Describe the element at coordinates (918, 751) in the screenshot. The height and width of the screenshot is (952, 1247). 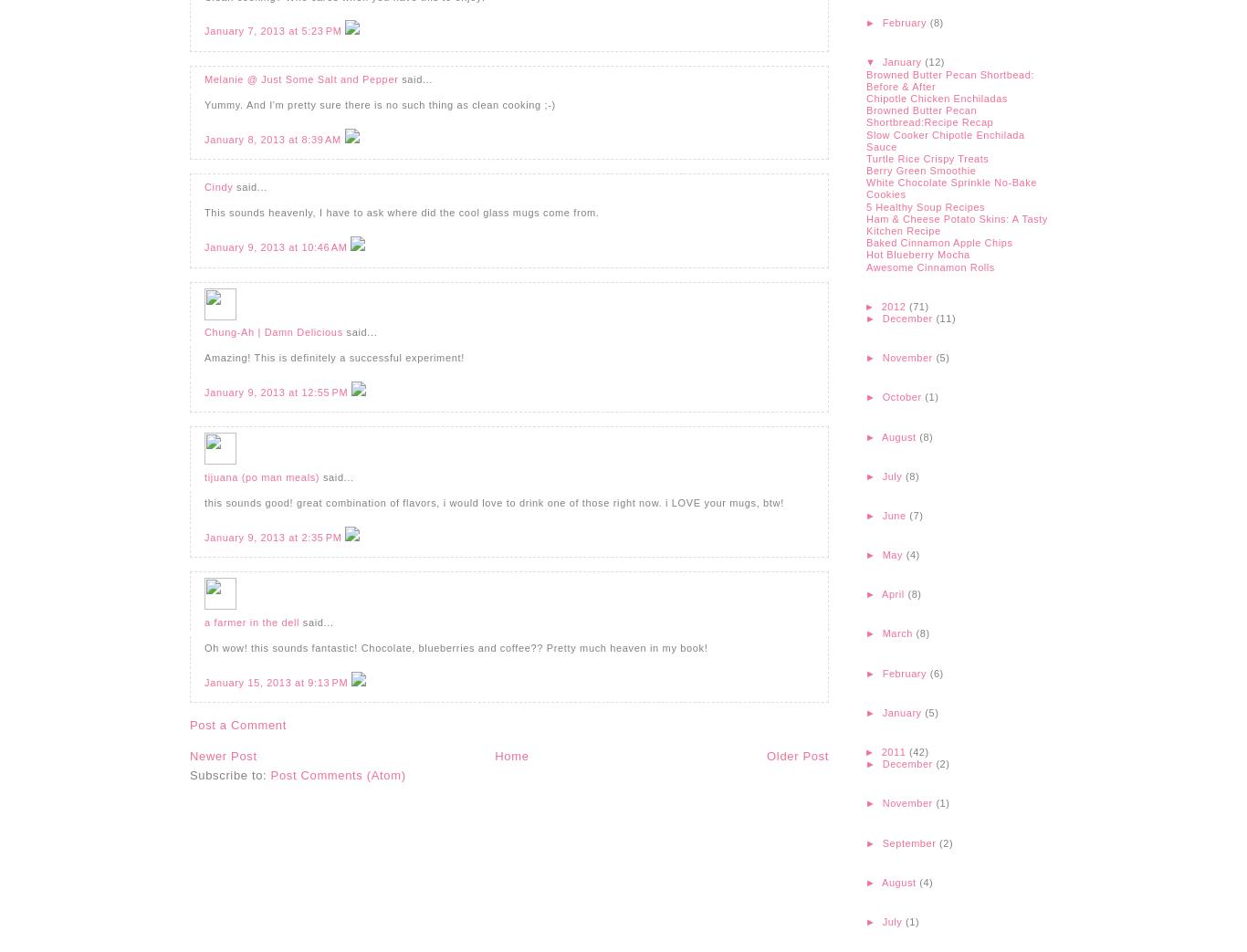
I see `'(42)'` at that location.